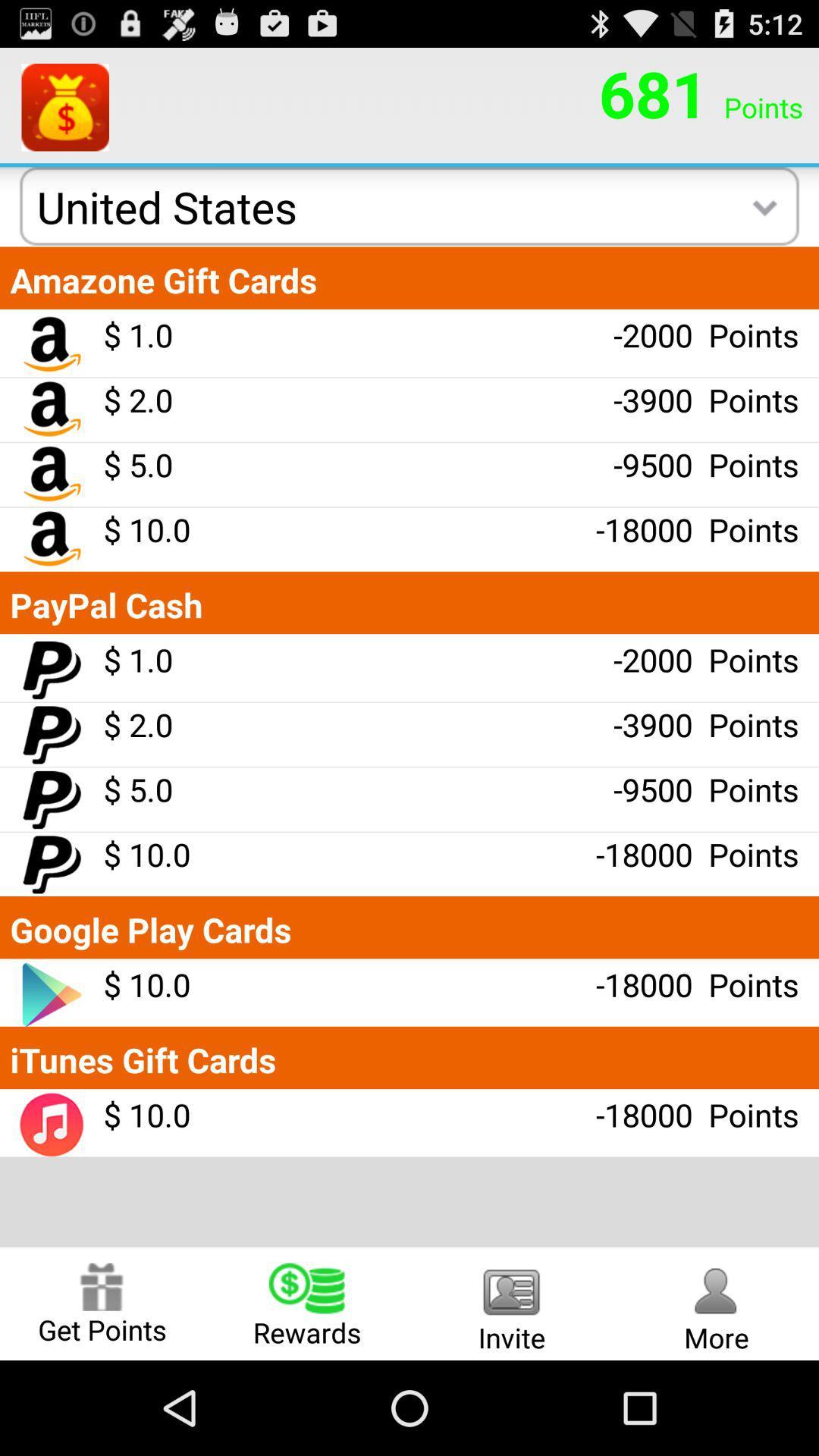  I want to click on invite, so click(512, 1303).